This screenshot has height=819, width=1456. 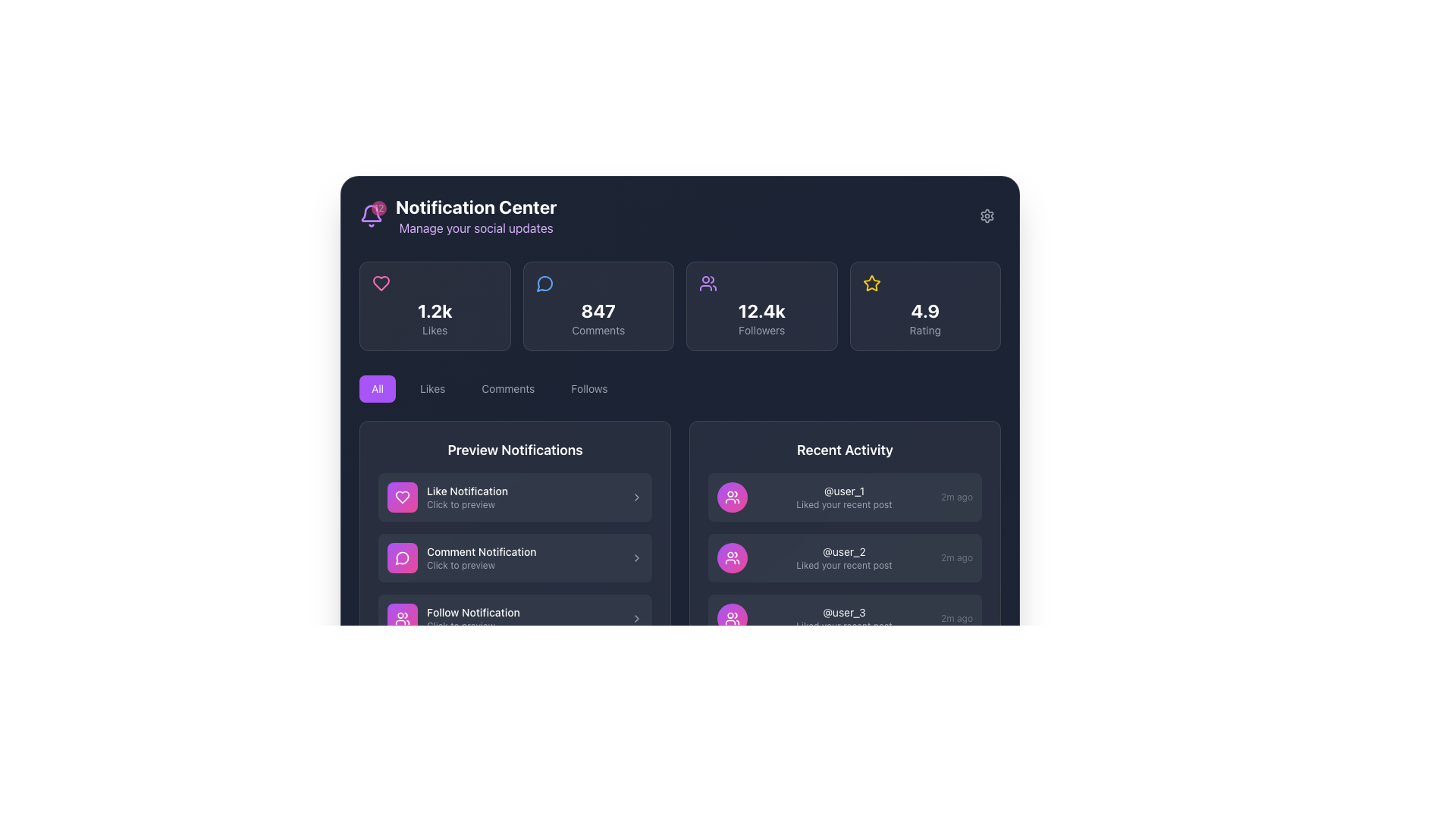 I want to click on the user avatar for '@user_3' located in the 'Recent Activity' section, which visually represents the user who liked a recent post, so click(x=732, y=619).